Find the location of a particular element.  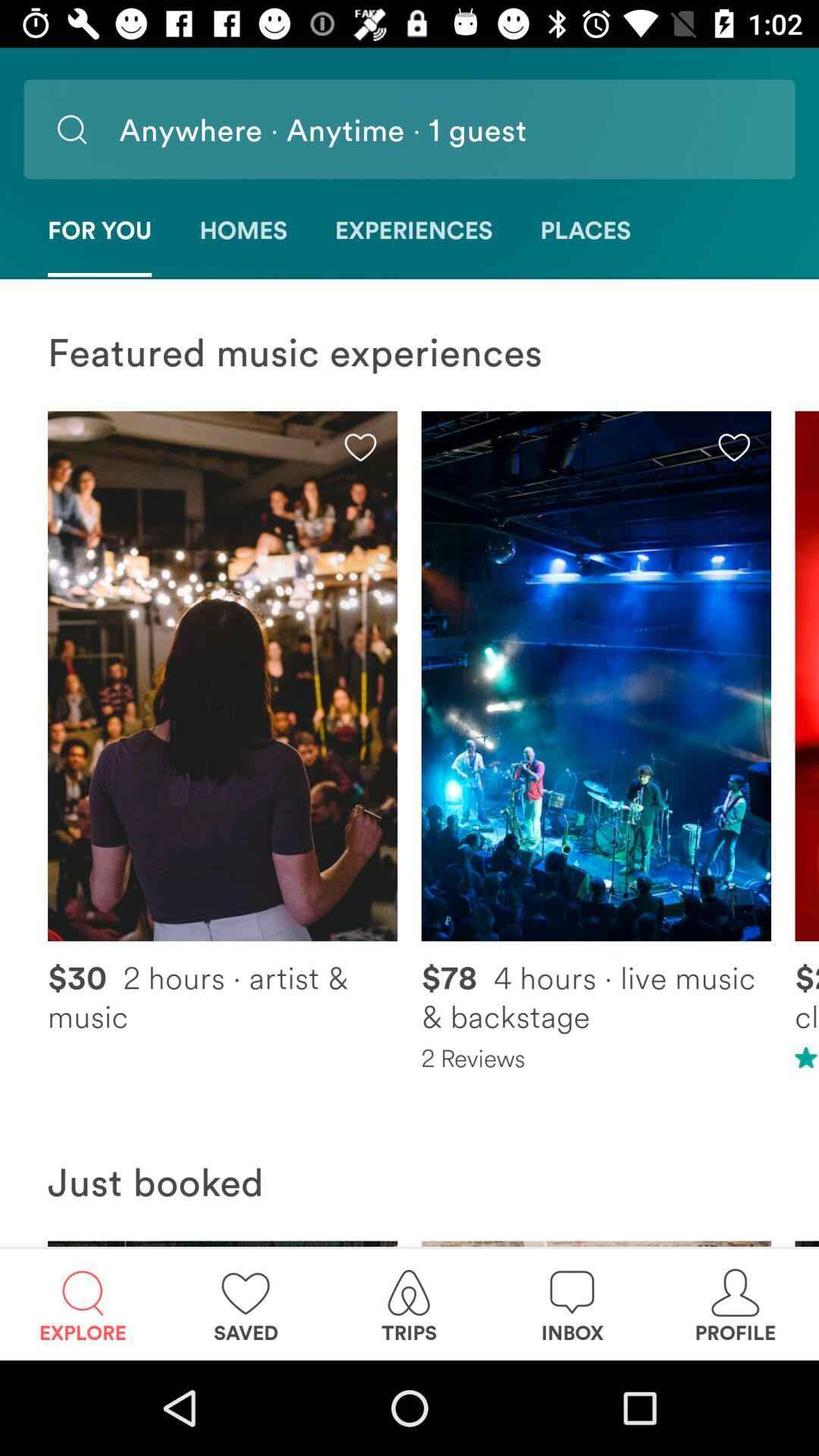

the search icon is located at coordinates (71, 129).